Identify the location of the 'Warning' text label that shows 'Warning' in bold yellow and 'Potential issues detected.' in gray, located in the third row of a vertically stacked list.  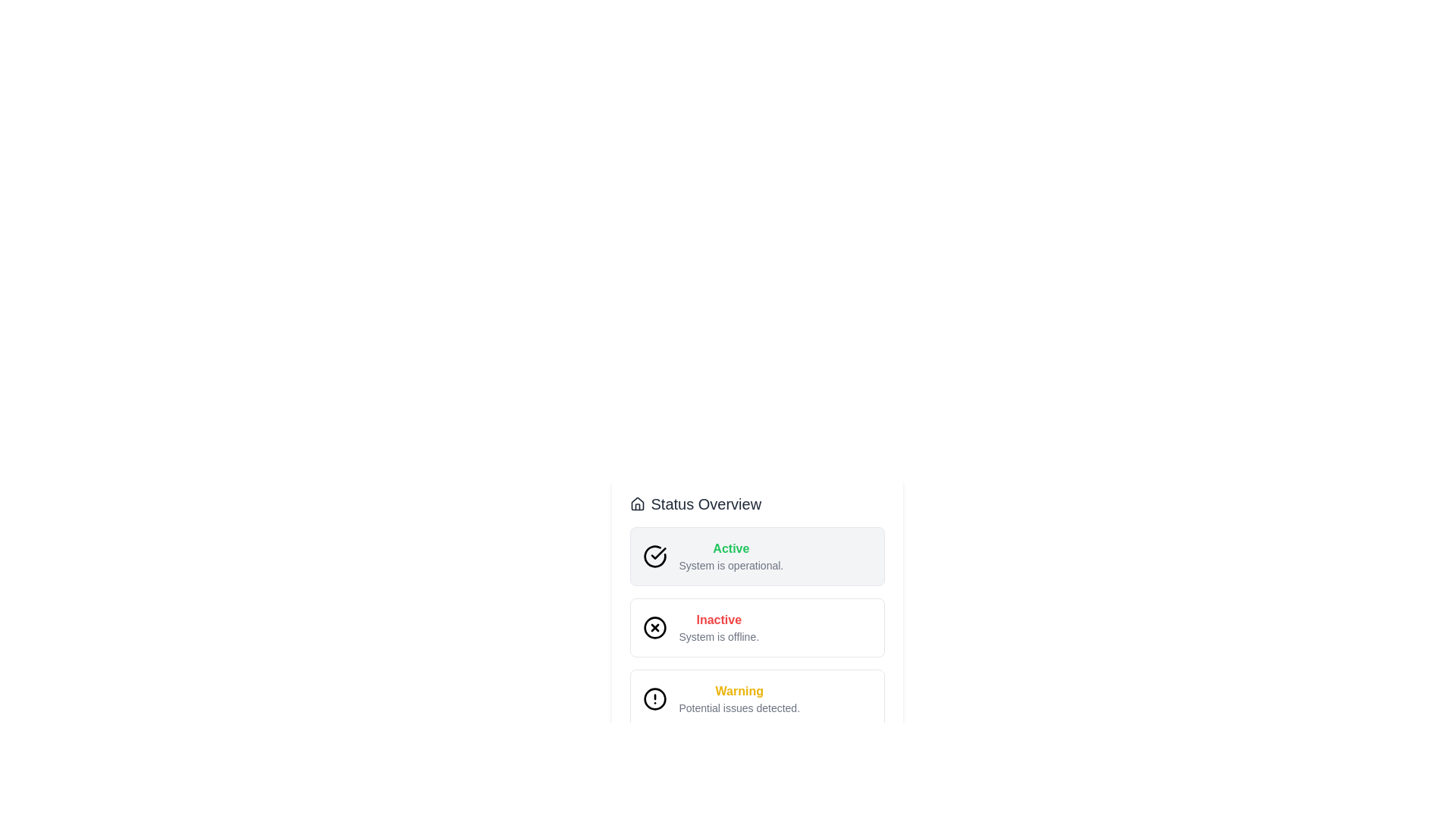
(739, 698).